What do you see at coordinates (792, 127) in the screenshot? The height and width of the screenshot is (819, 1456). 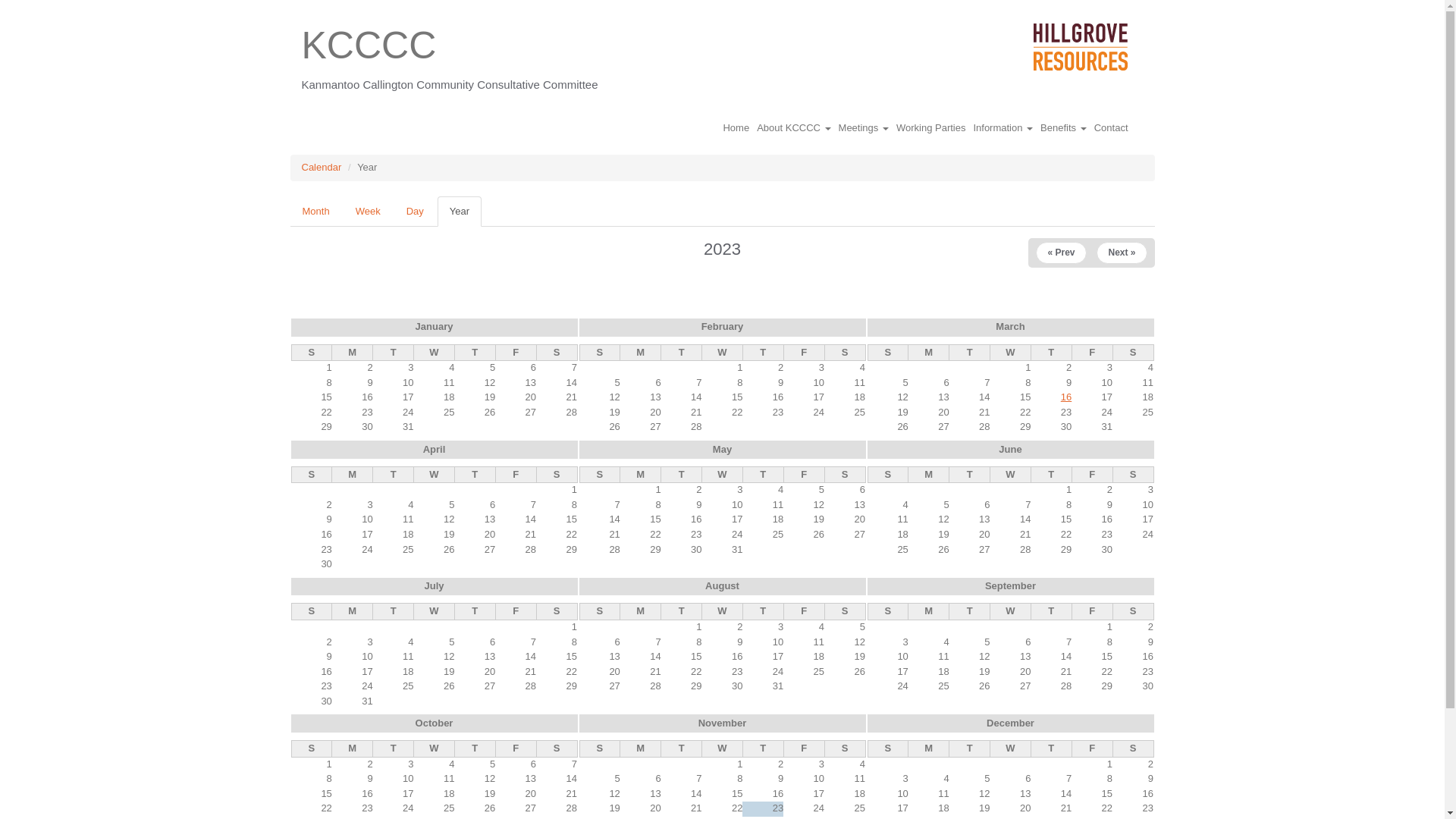 I see `'About KCCCC'` at bounding box center [792, 127].